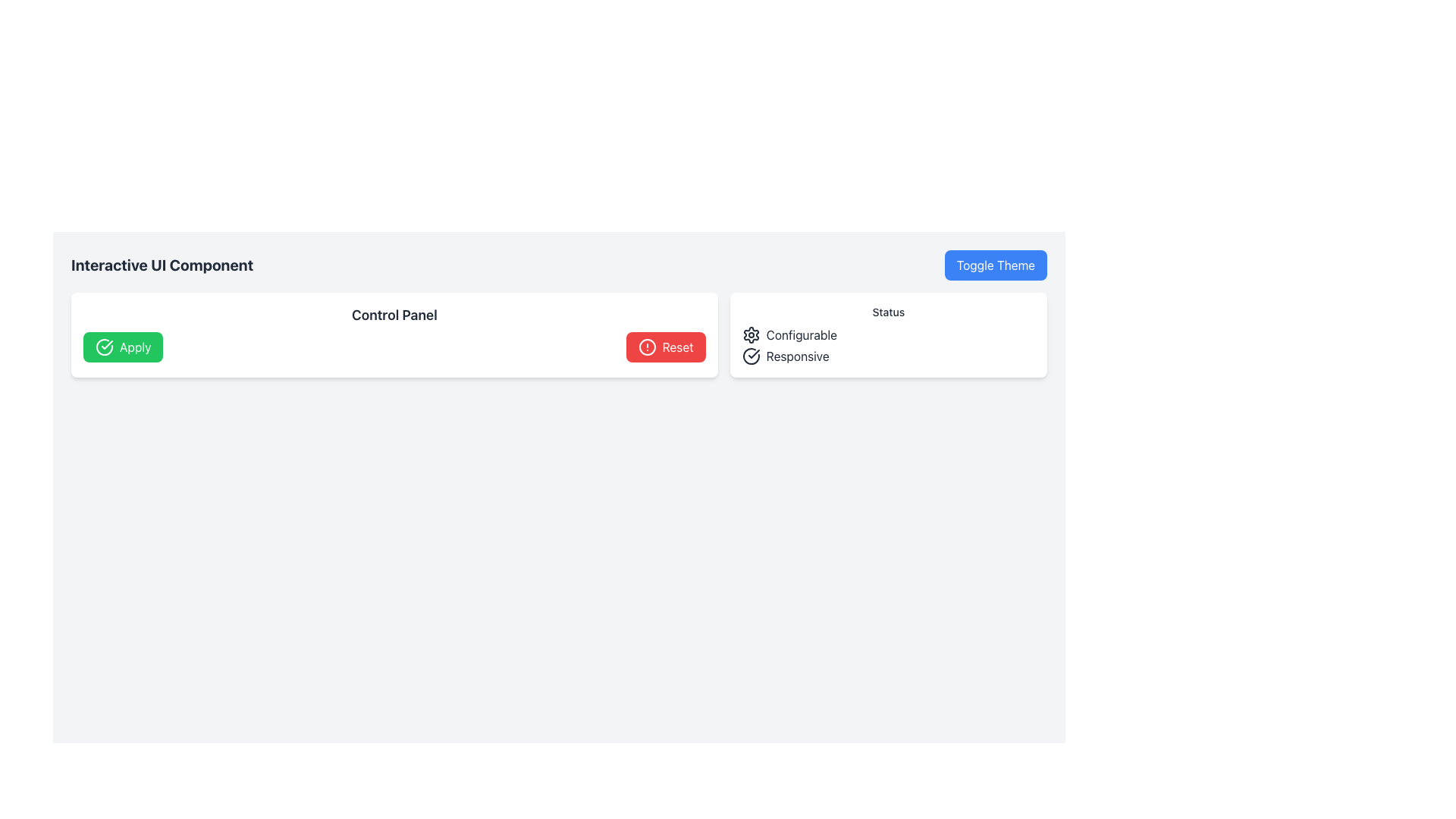 This screenshot has width=1456, height=819. I want to click on the checkmark icon located inside the green 'Apply' button, which has a circular boundary and is styled as an SVG element, so click(106, 345).